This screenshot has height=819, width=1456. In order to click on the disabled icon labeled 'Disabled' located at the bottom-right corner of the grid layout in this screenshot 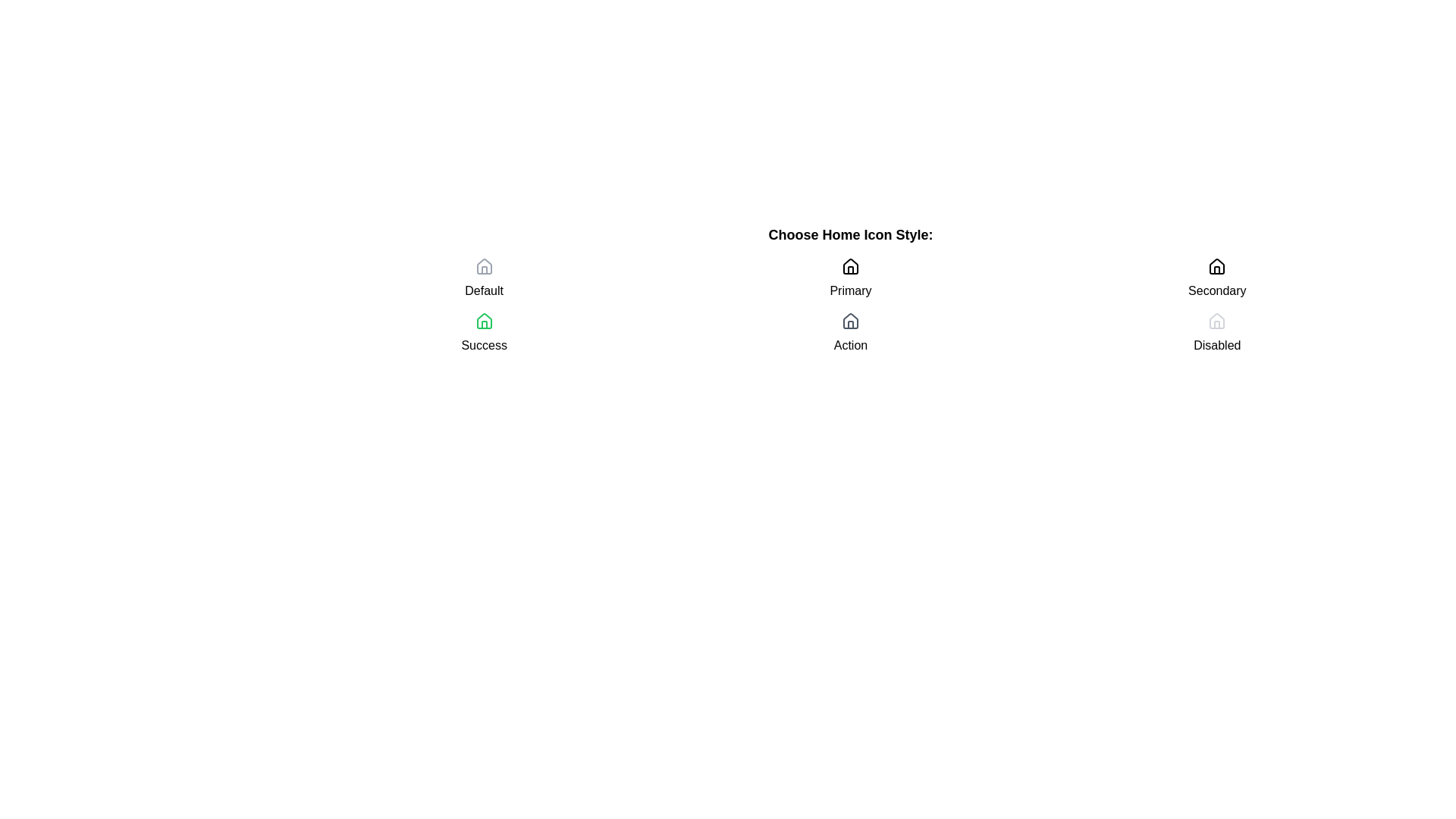, I will do `click(1217, 332)`.